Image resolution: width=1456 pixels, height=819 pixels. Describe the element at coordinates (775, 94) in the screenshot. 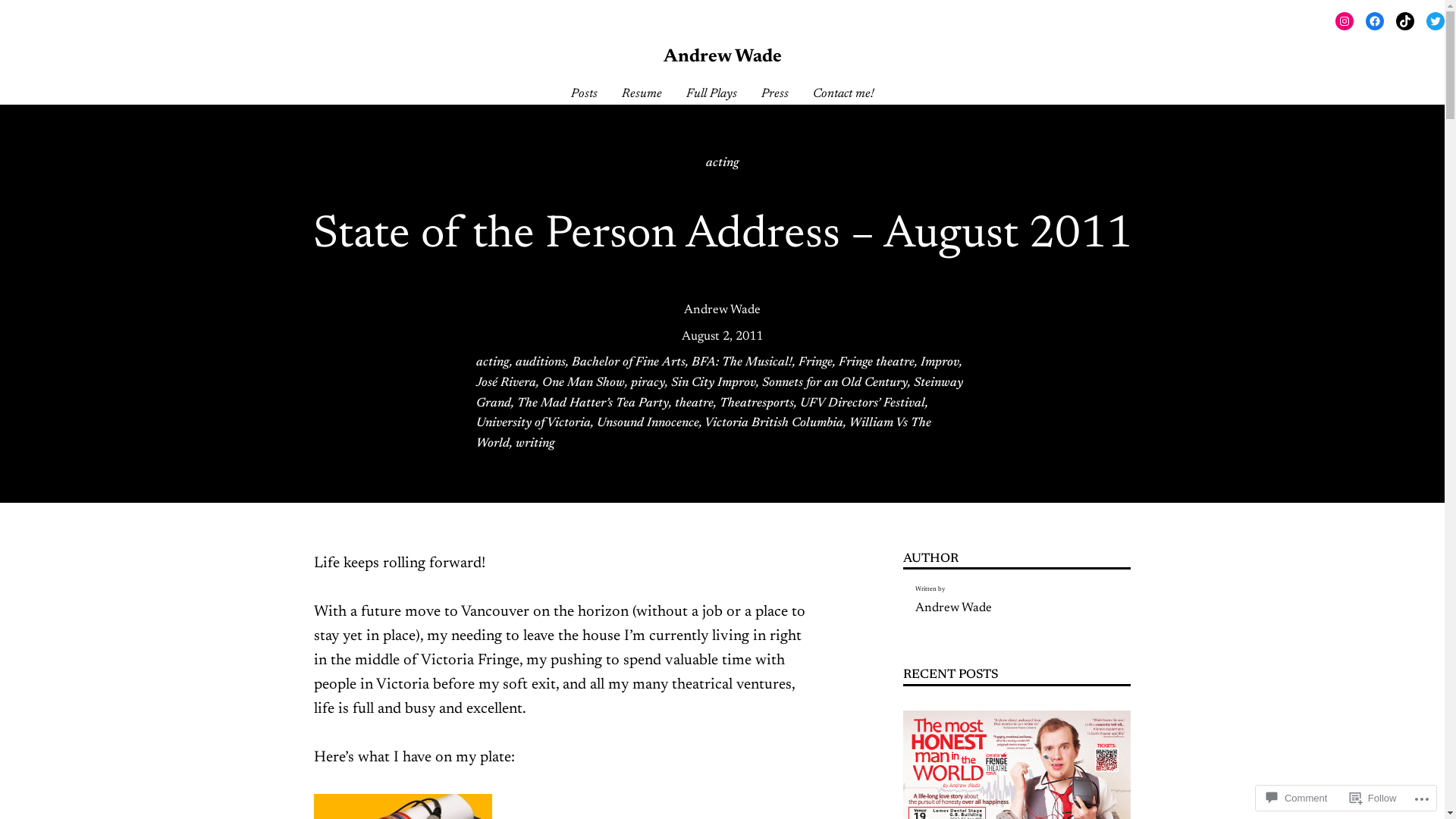

I see `'Press'` at that location.